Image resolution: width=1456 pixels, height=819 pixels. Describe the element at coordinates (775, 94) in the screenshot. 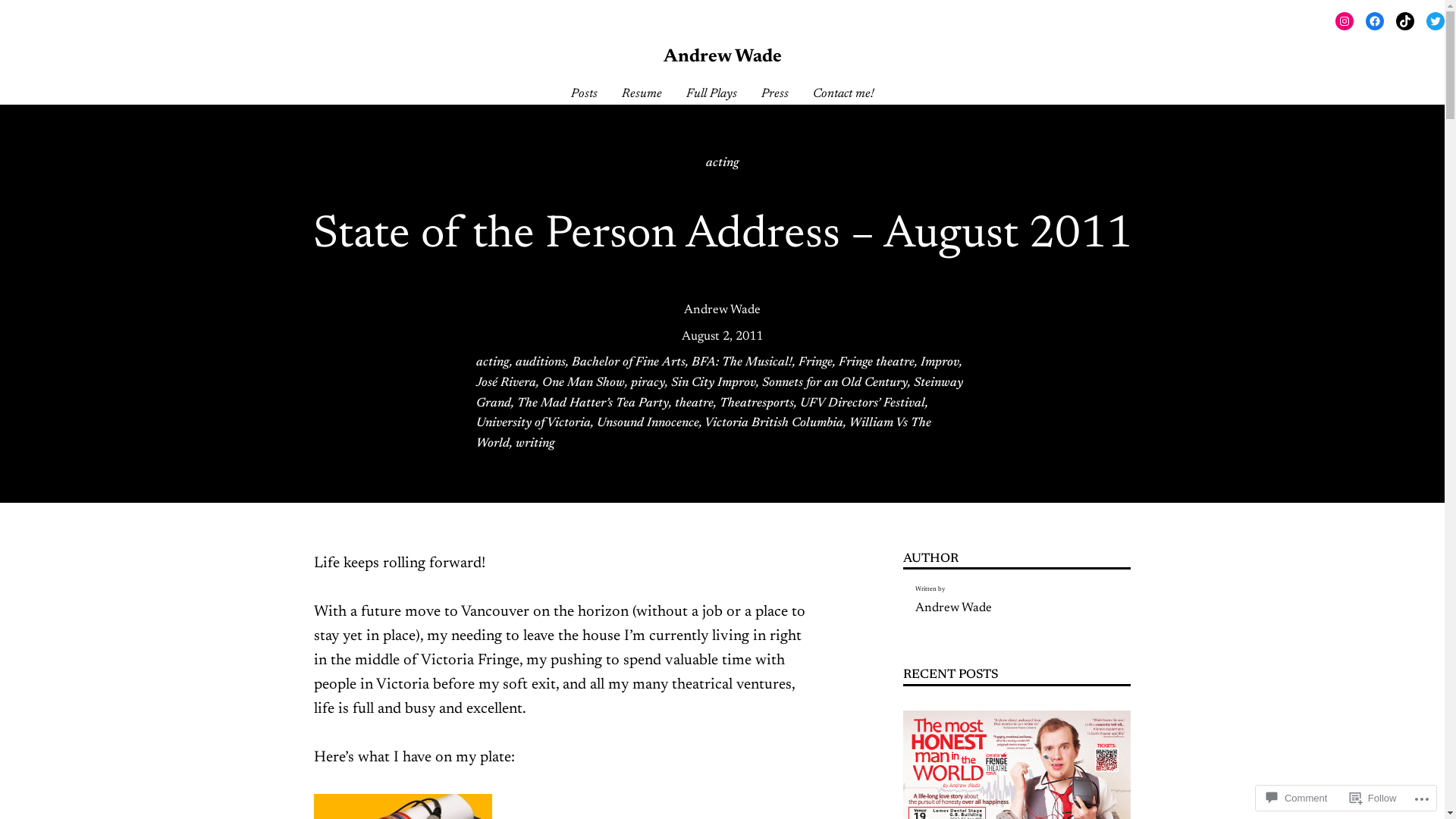

I see `'Press'` at that location.